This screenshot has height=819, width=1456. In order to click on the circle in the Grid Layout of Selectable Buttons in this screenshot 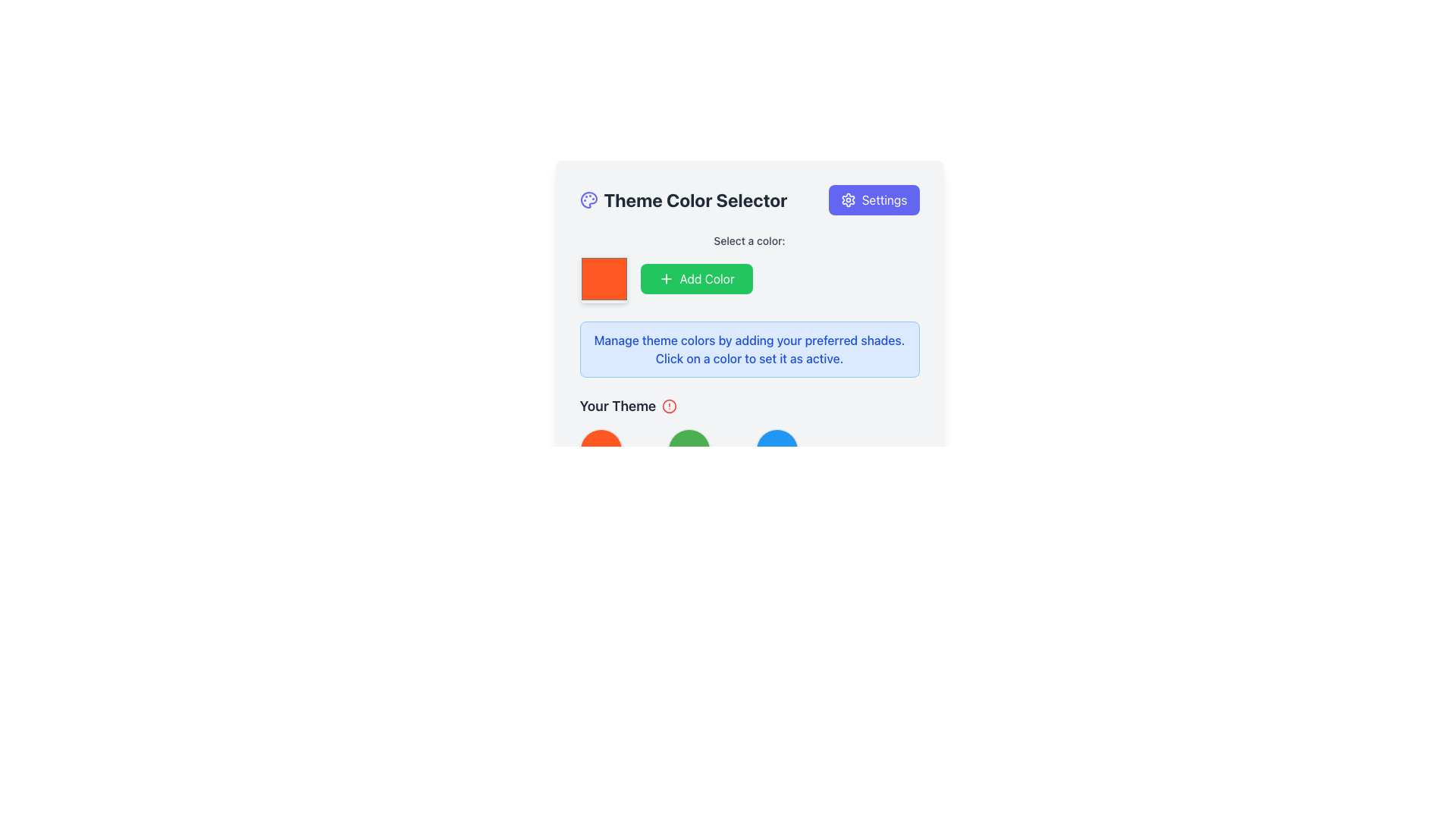, I will do `click(749, 450)`.